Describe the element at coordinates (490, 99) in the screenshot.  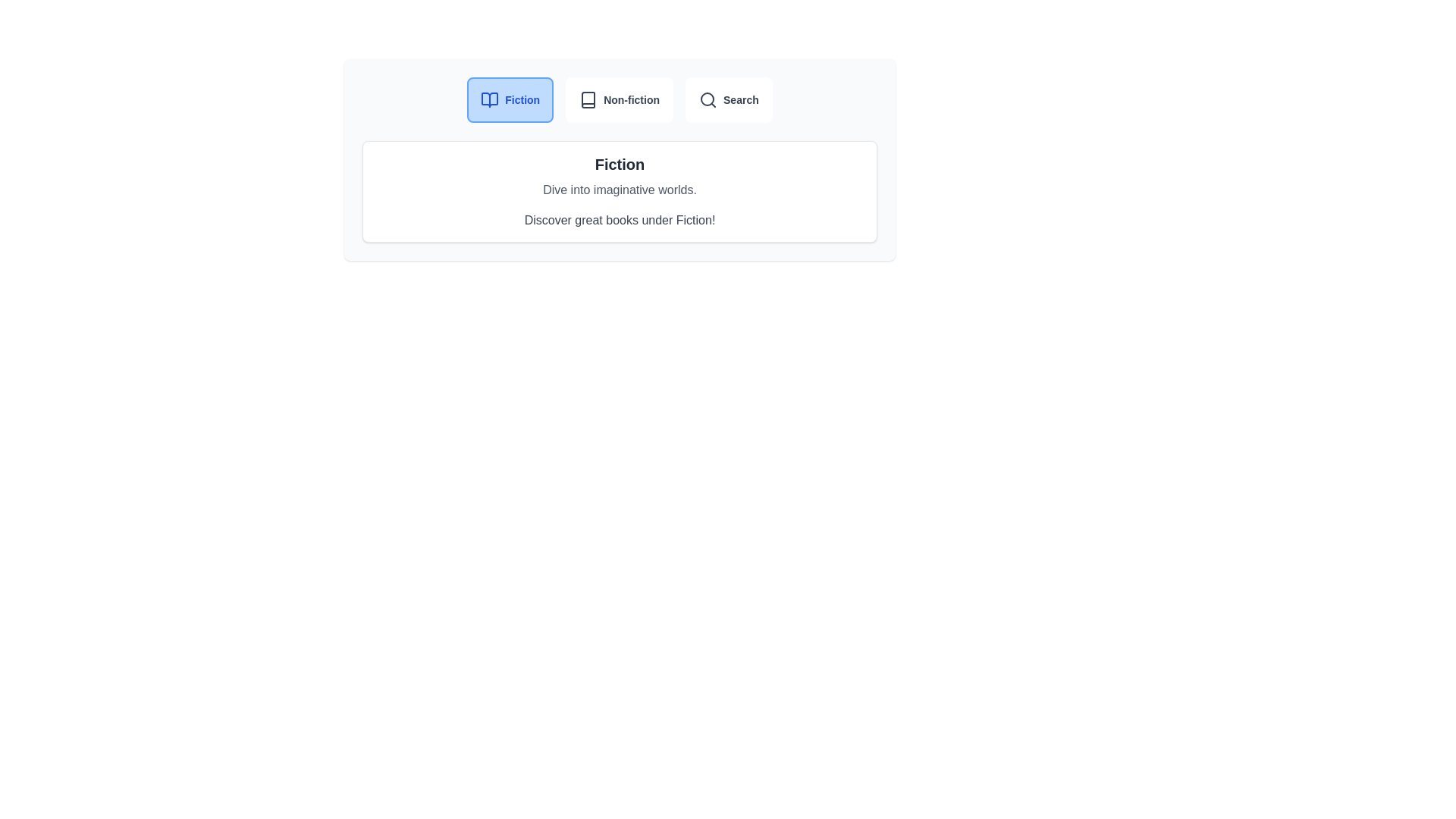
I see `the blue-outlined book icon with a white background that is located to the left of the text 'Fiction' in a styled button` at that location.